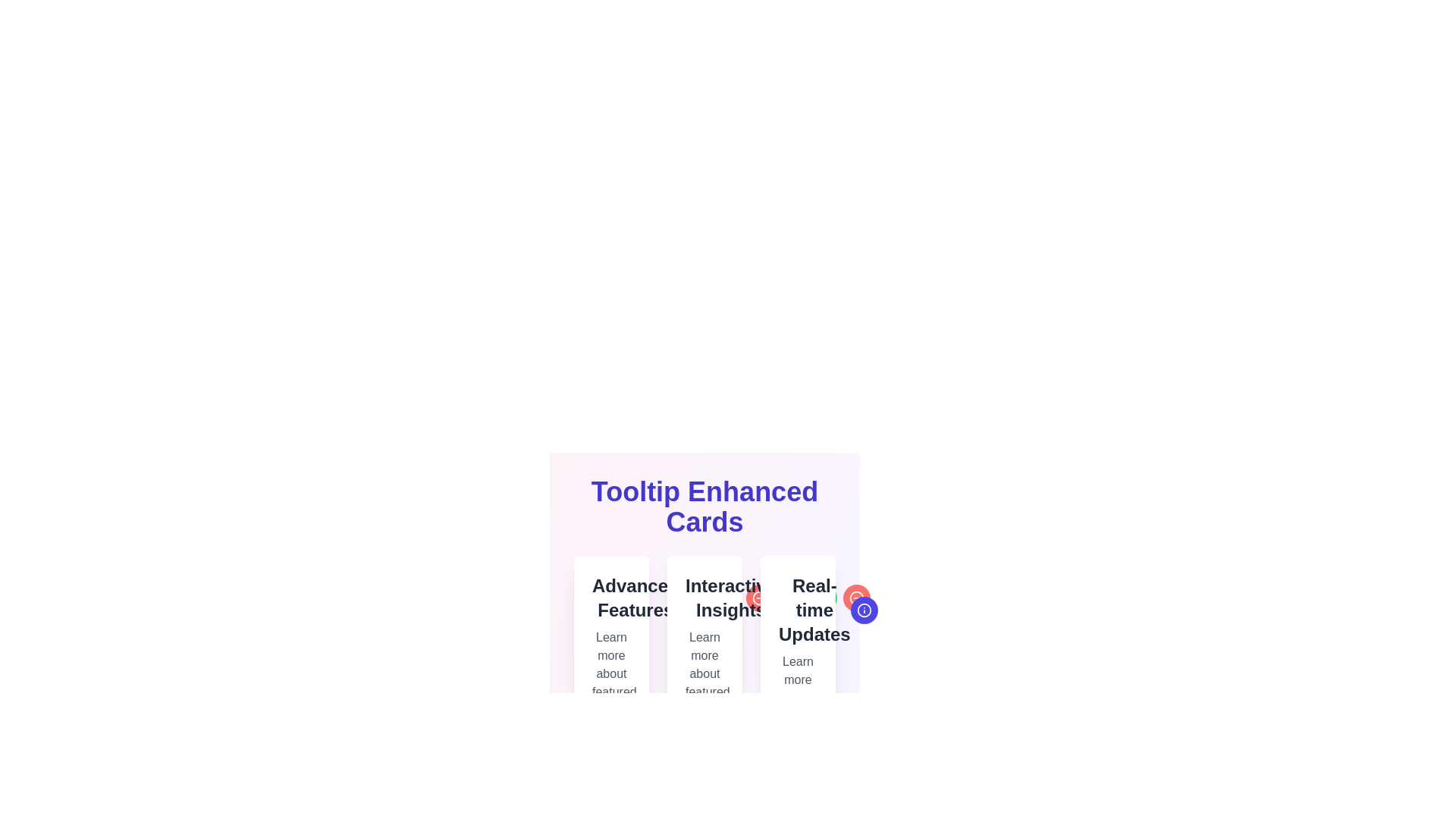  I want to click on the largest circle element located centrally within the 'Interactive Insights' card, which serves a decorative or functional purpose, possibly indicating an action such as adding or expanding, so click(725, 598).